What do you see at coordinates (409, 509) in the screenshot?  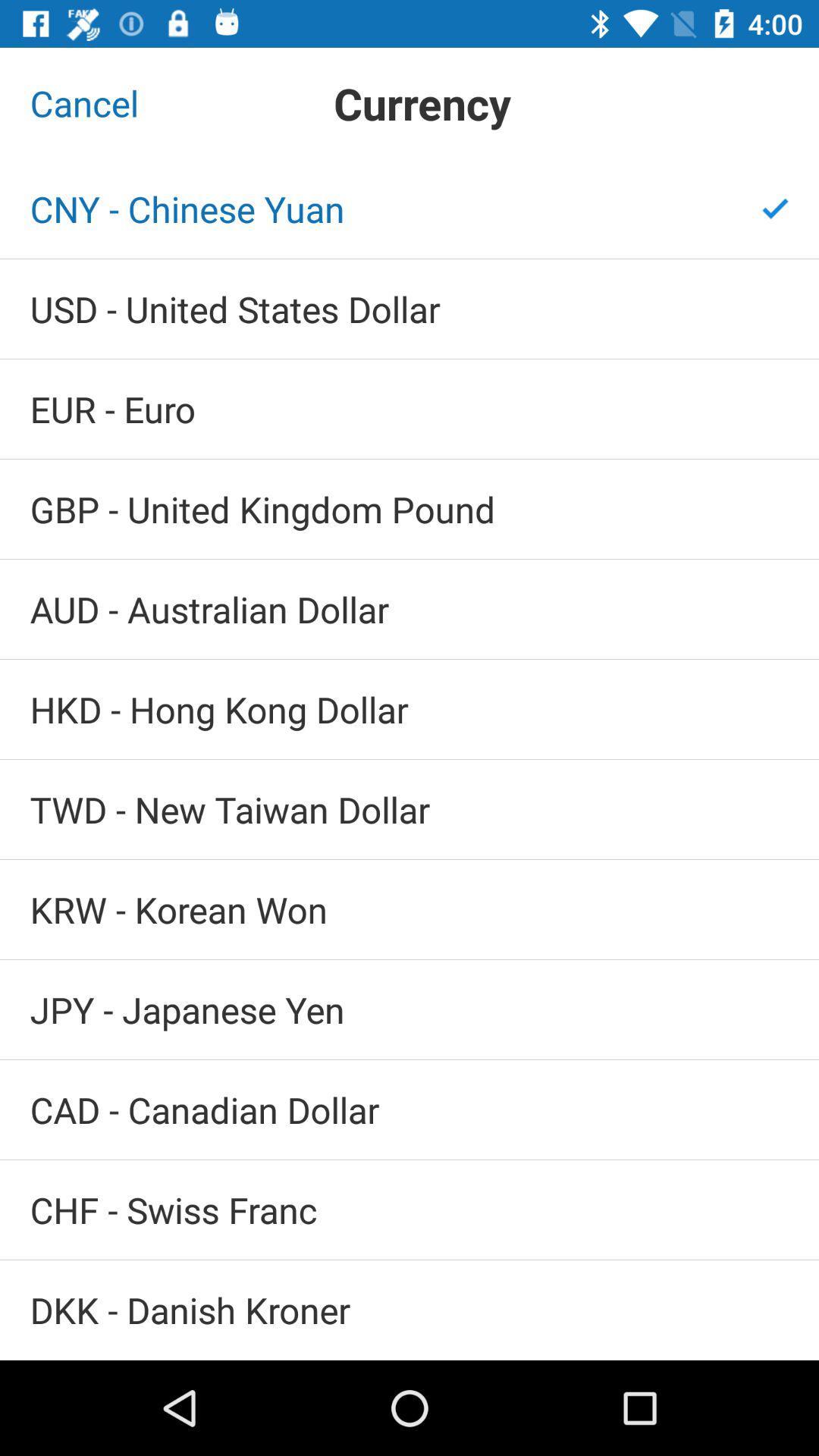 I see `gbp united kingdom icon` at bounding box center [409, 509].